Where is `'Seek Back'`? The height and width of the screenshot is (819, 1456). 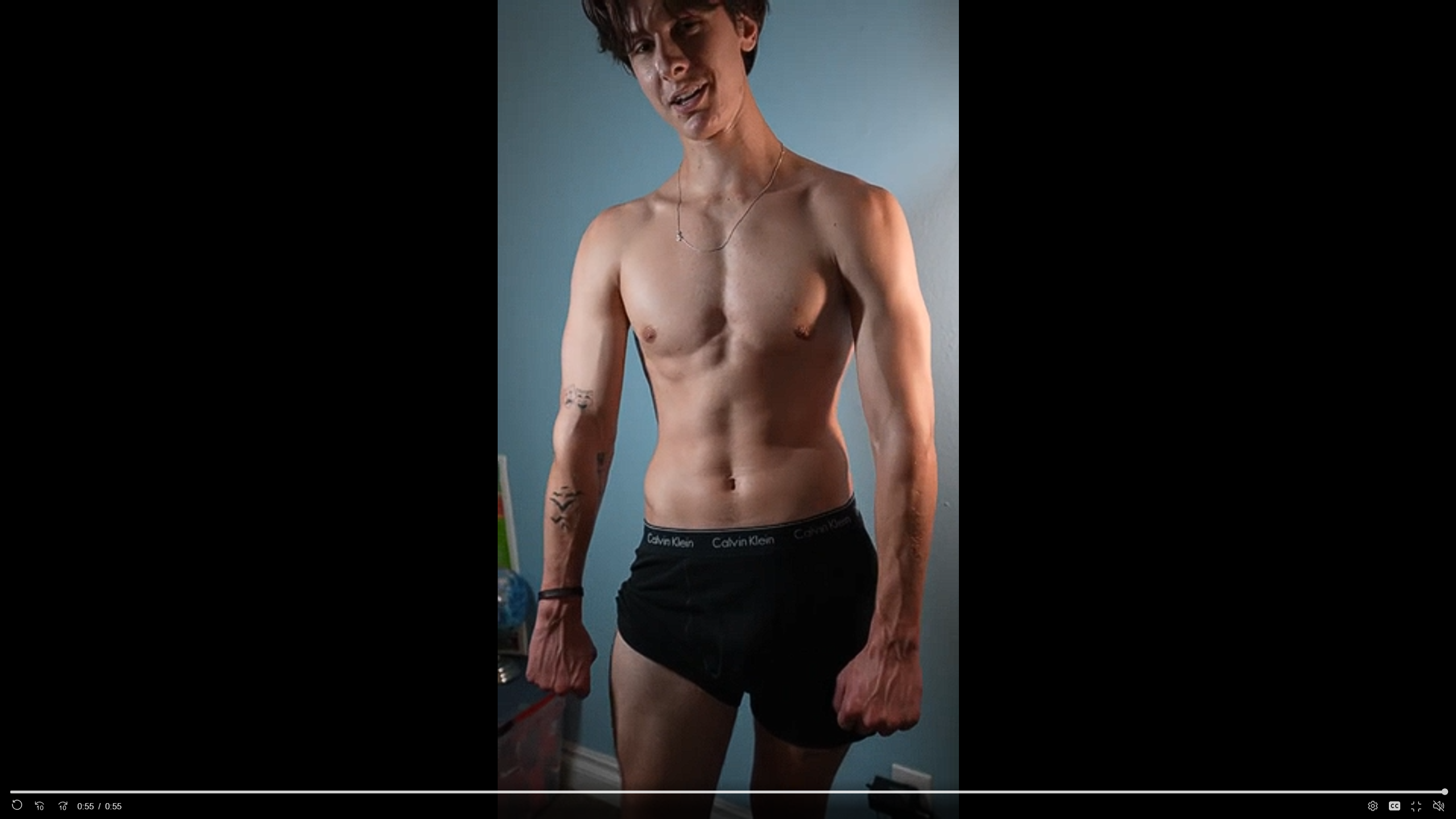 'Seek Back' is located at coordinates (39, 806).